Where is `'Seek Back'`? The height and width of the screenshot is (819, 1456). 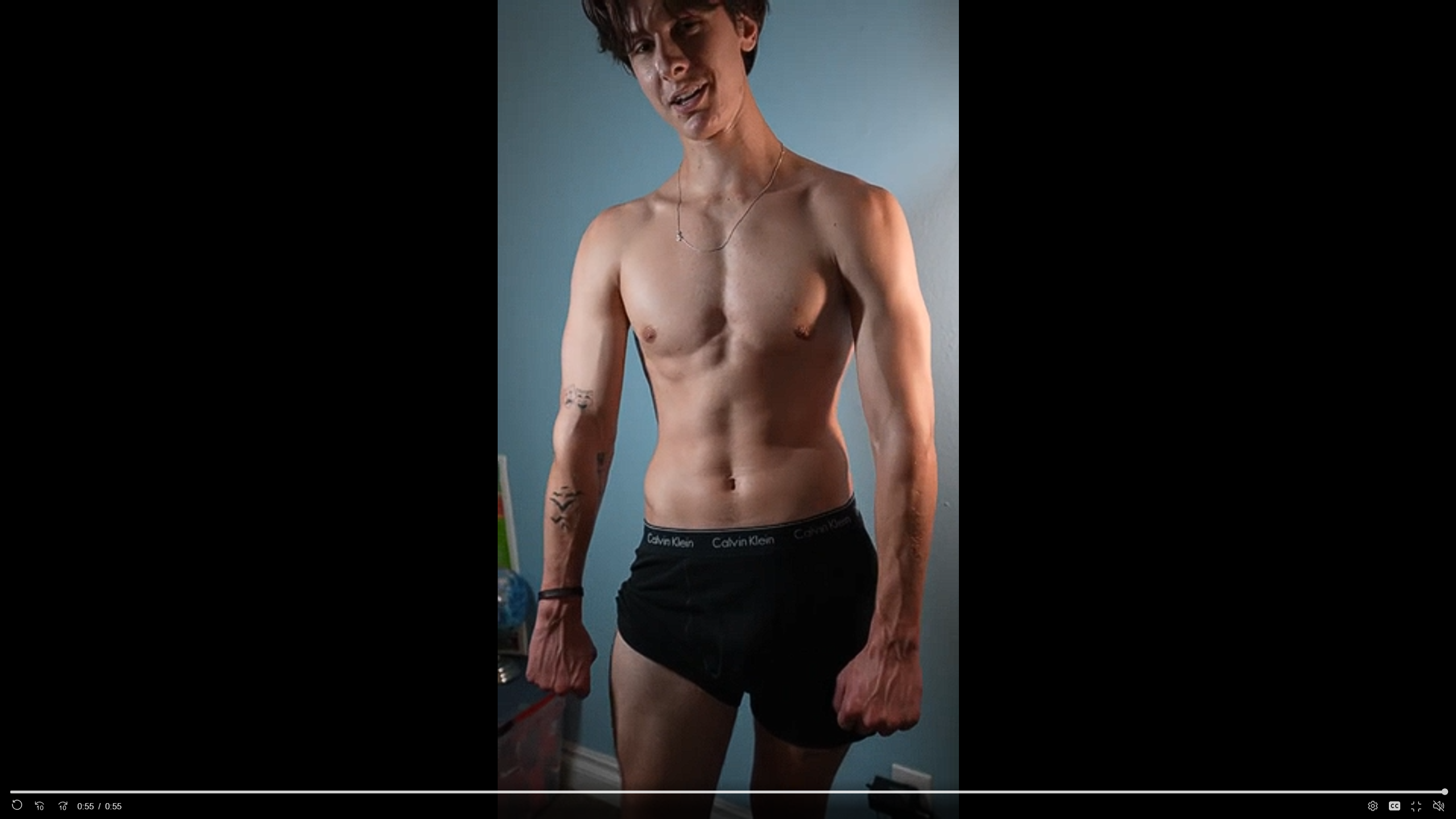 'Seek Back' is located at coordinates (39, 806).